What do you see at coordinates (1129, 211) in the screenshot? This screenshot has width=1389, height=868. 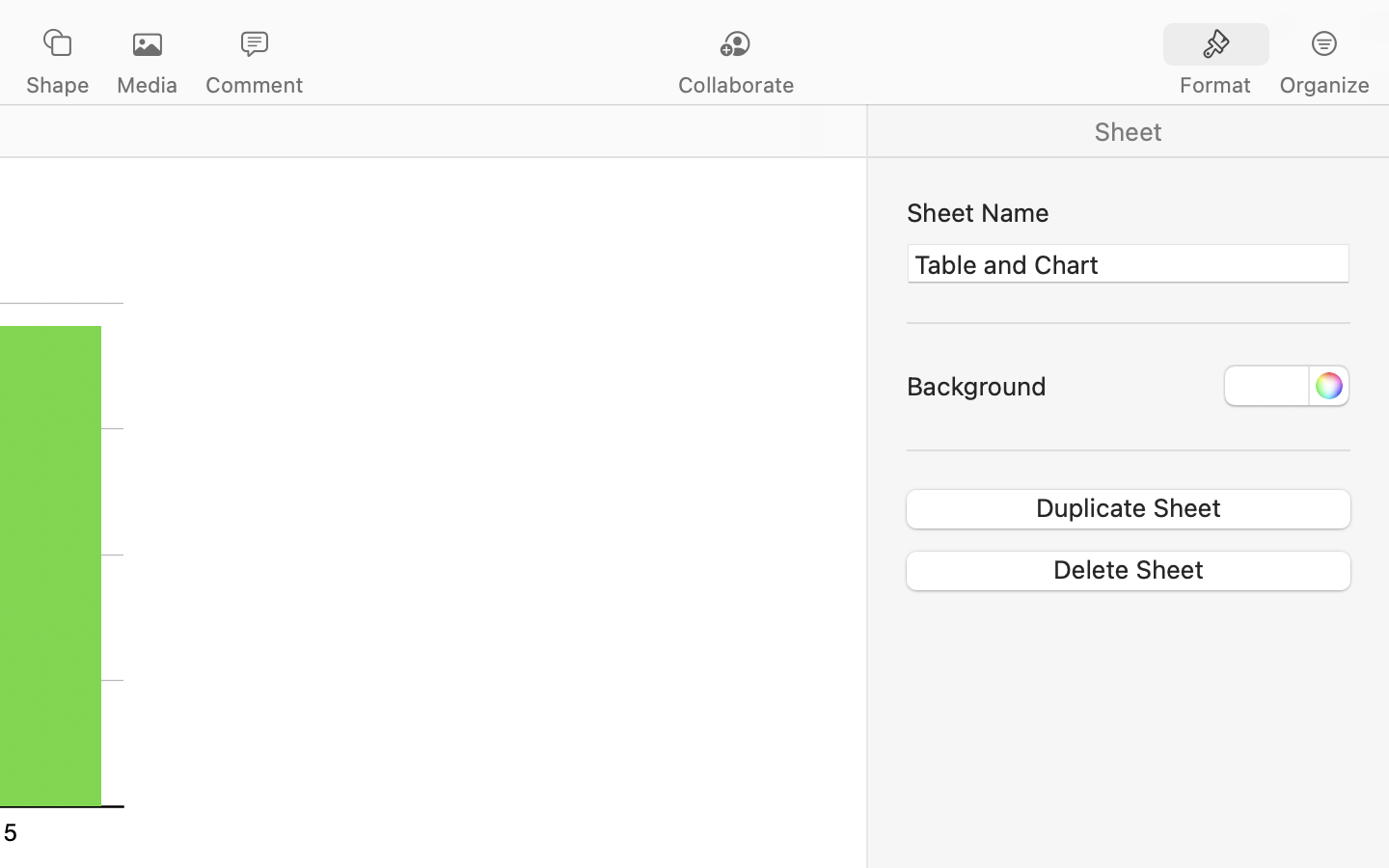 I see `'Sheet Name'` at bounding box center [1129, 211].